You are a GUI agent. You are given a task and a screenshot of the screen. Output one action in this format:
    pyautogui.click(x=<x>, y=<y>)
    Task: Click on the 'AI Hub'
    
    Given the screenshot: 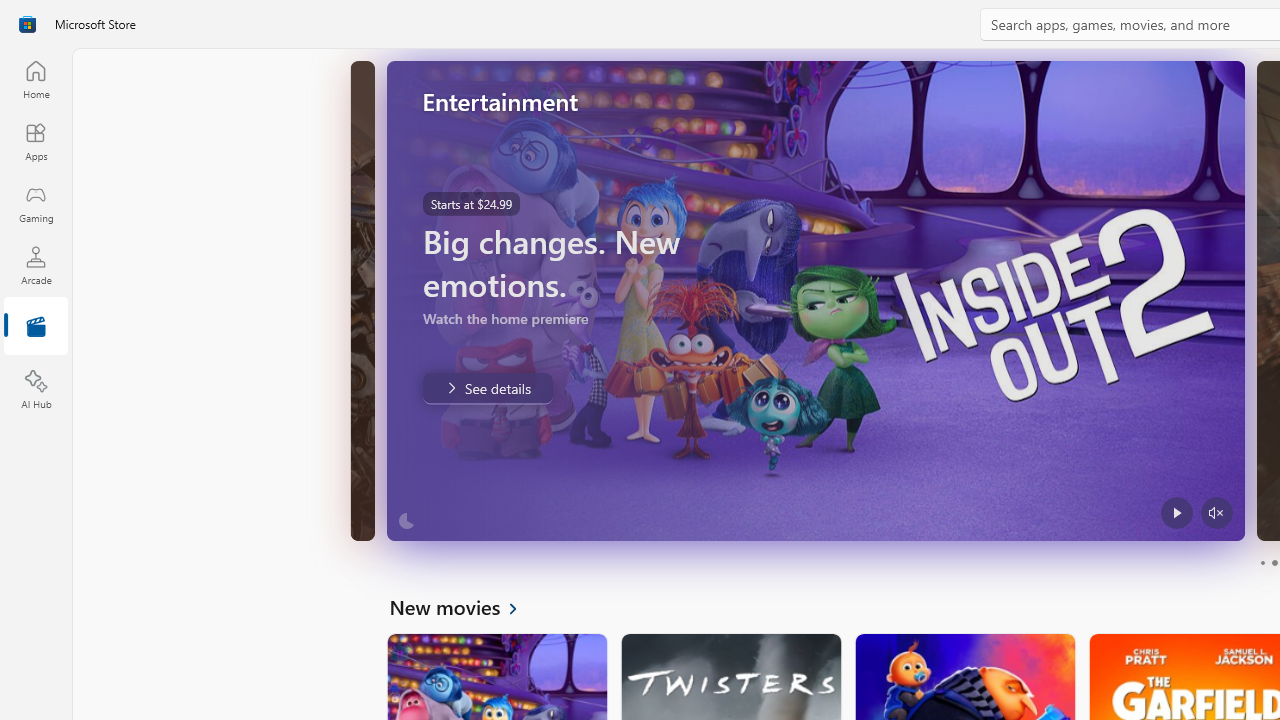 What is the action you would take?
    pyautogui.click(x=35, y=390)
    